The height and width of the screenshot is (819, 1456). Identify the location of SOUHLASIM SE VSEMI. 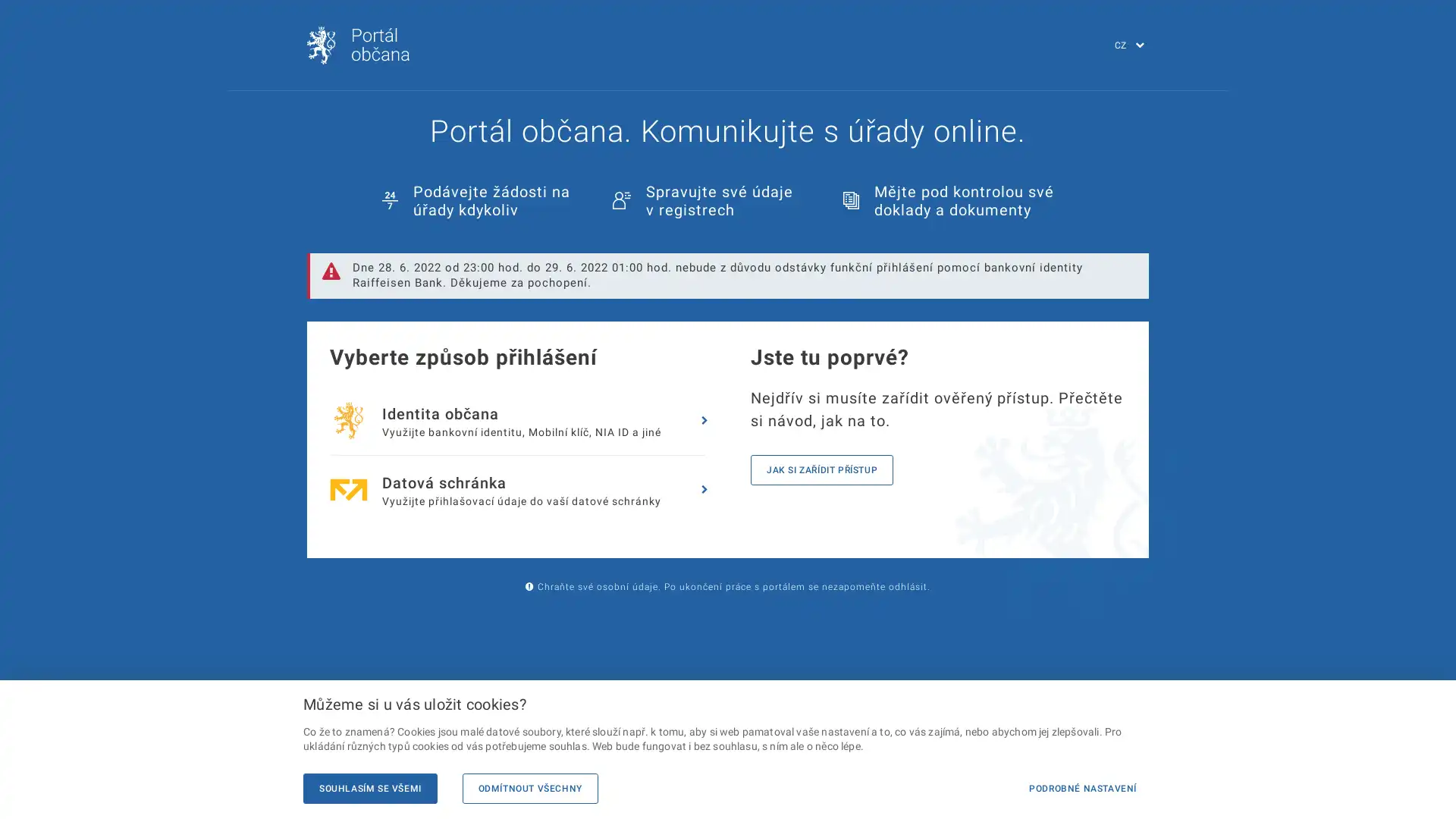
(370, 788).